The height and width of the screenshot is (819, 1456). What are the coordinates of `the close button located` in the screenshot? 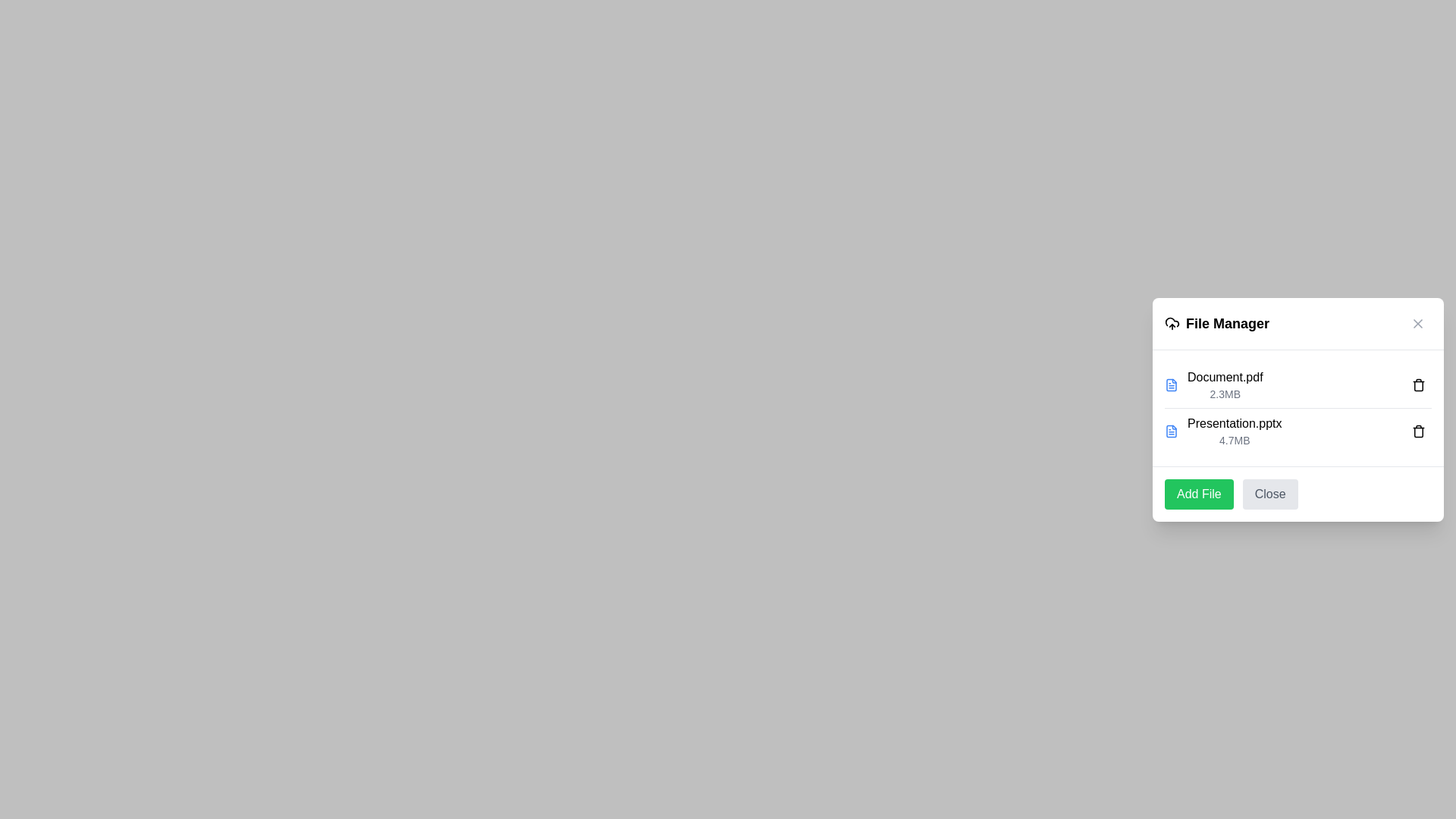 It's located at (1417, 322).